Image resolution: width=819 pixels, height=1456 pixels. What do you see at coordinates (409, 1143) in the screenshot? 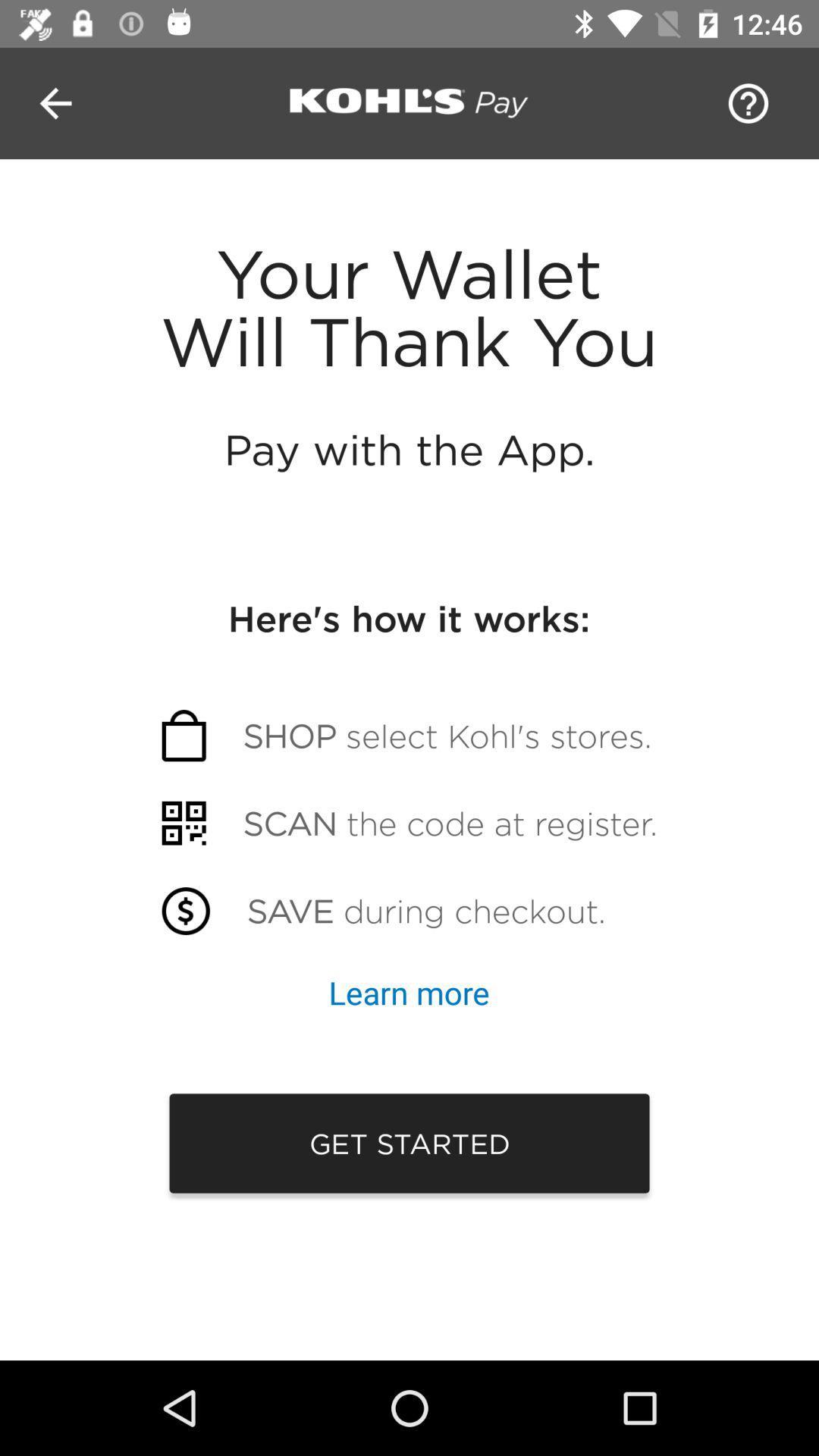
I see `get started` at bounding box center [409, 1143].